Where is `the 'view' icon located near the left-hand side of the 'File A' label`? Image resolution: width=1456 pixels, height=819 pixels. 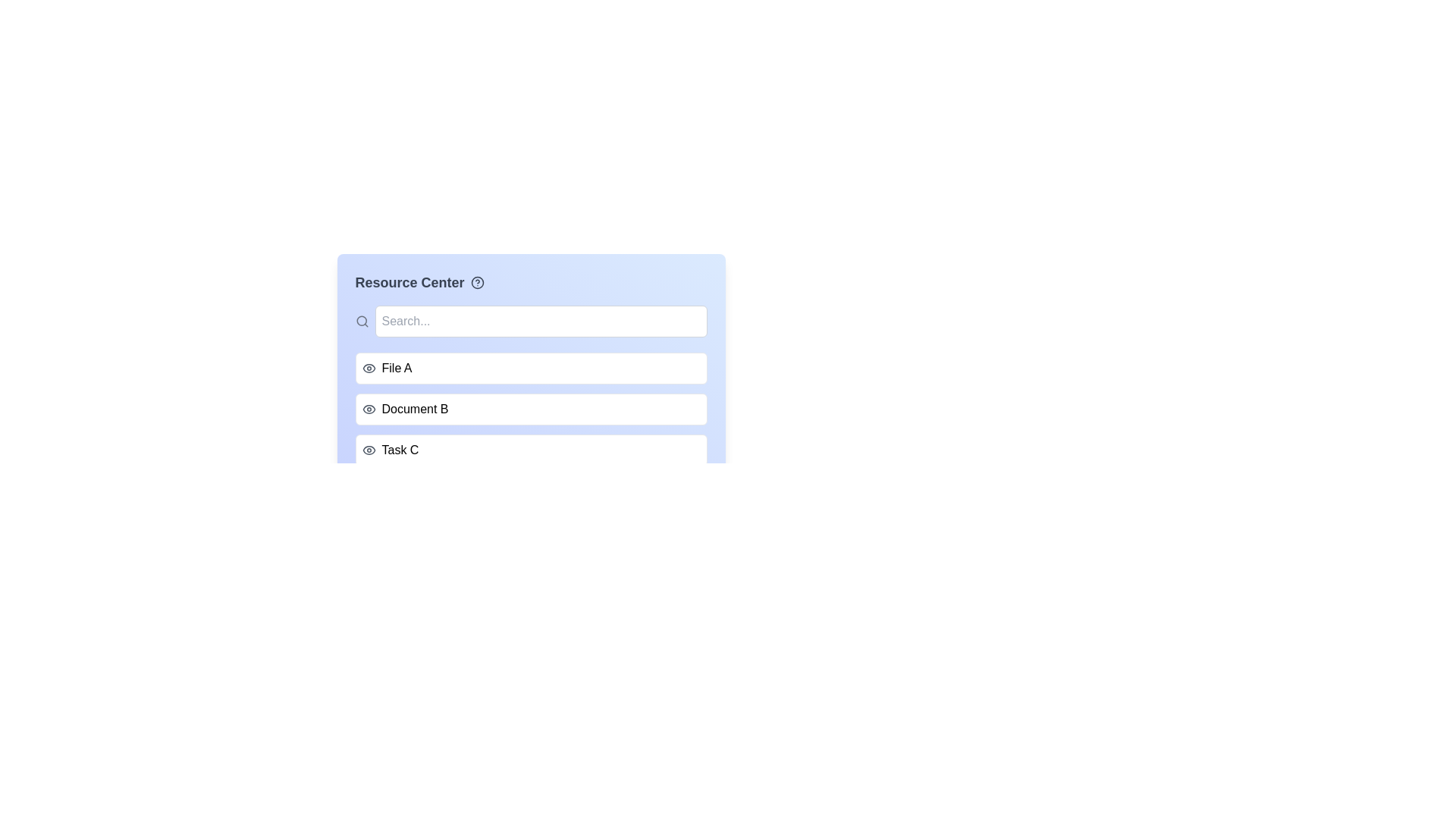 the 'view' icon located near the left-hand side of the 'File A' label is located at coordinates (369, 369).